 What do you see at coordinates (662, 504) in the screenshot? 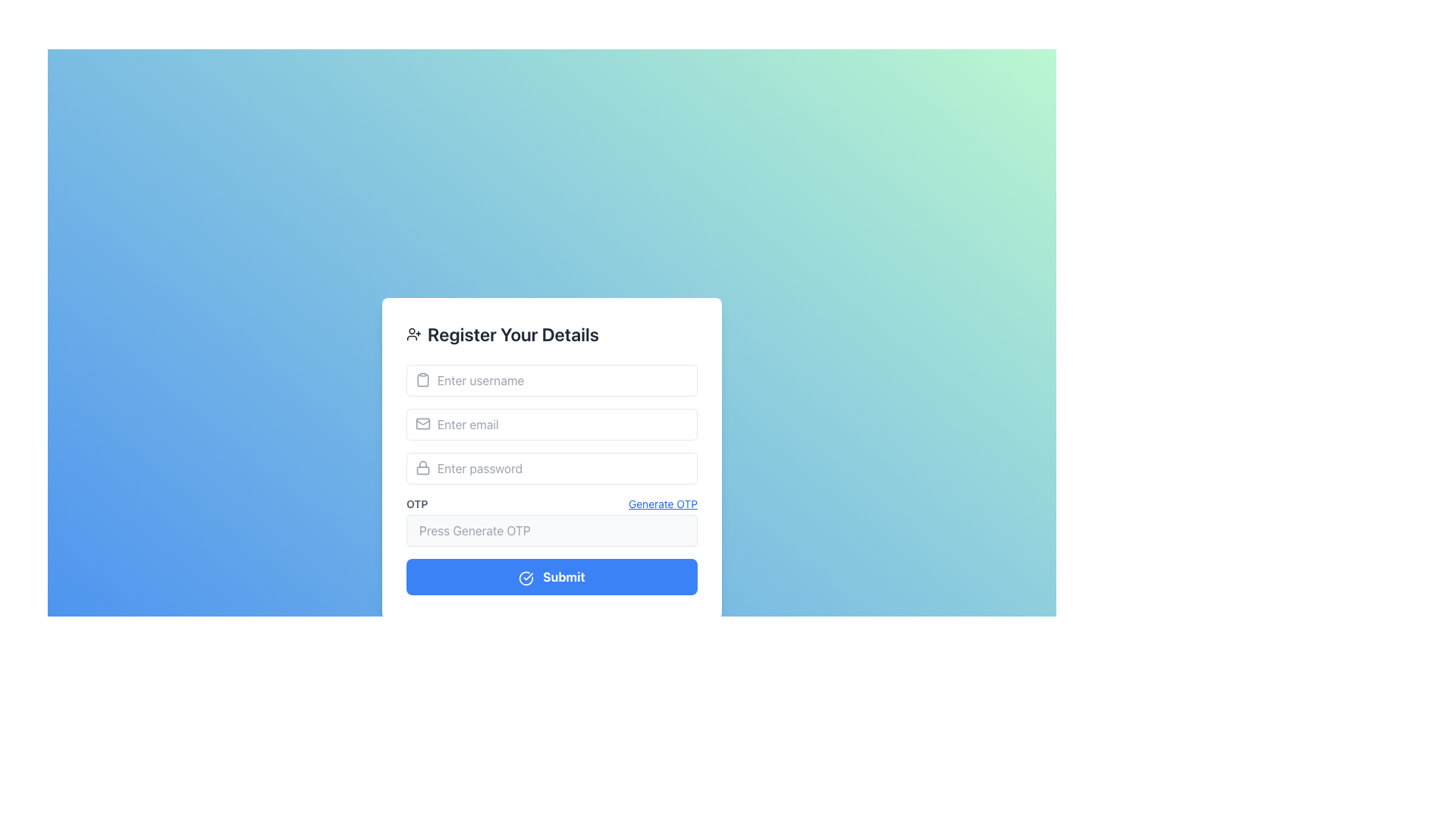
I see `the 'Request OTP' button located to the right of the 'OTP' label in the 'Register Your Details' section to generate an OTP` at bounding box center [662, 504].